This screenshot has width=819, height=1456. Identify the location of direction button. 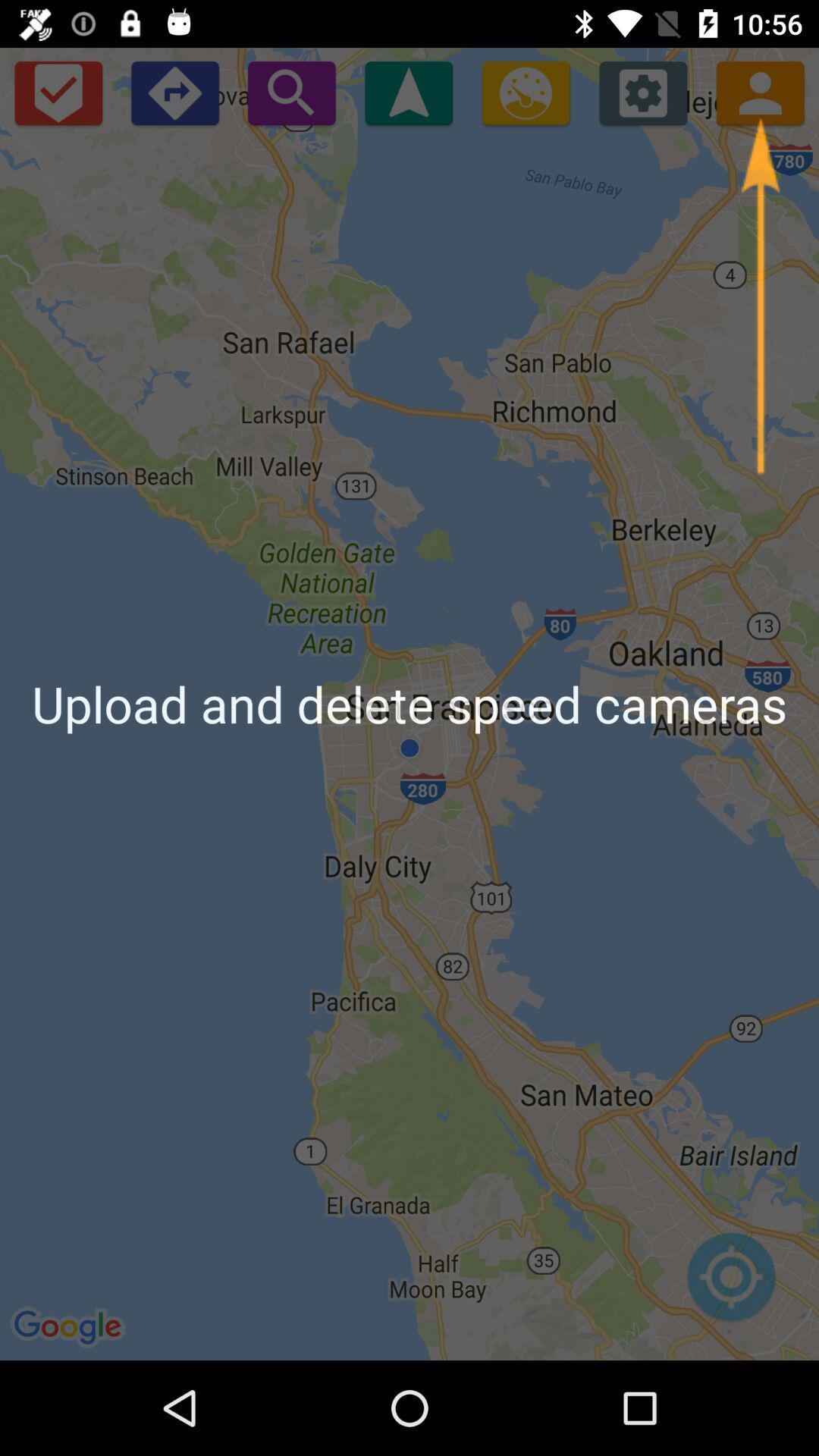
(174, 92).